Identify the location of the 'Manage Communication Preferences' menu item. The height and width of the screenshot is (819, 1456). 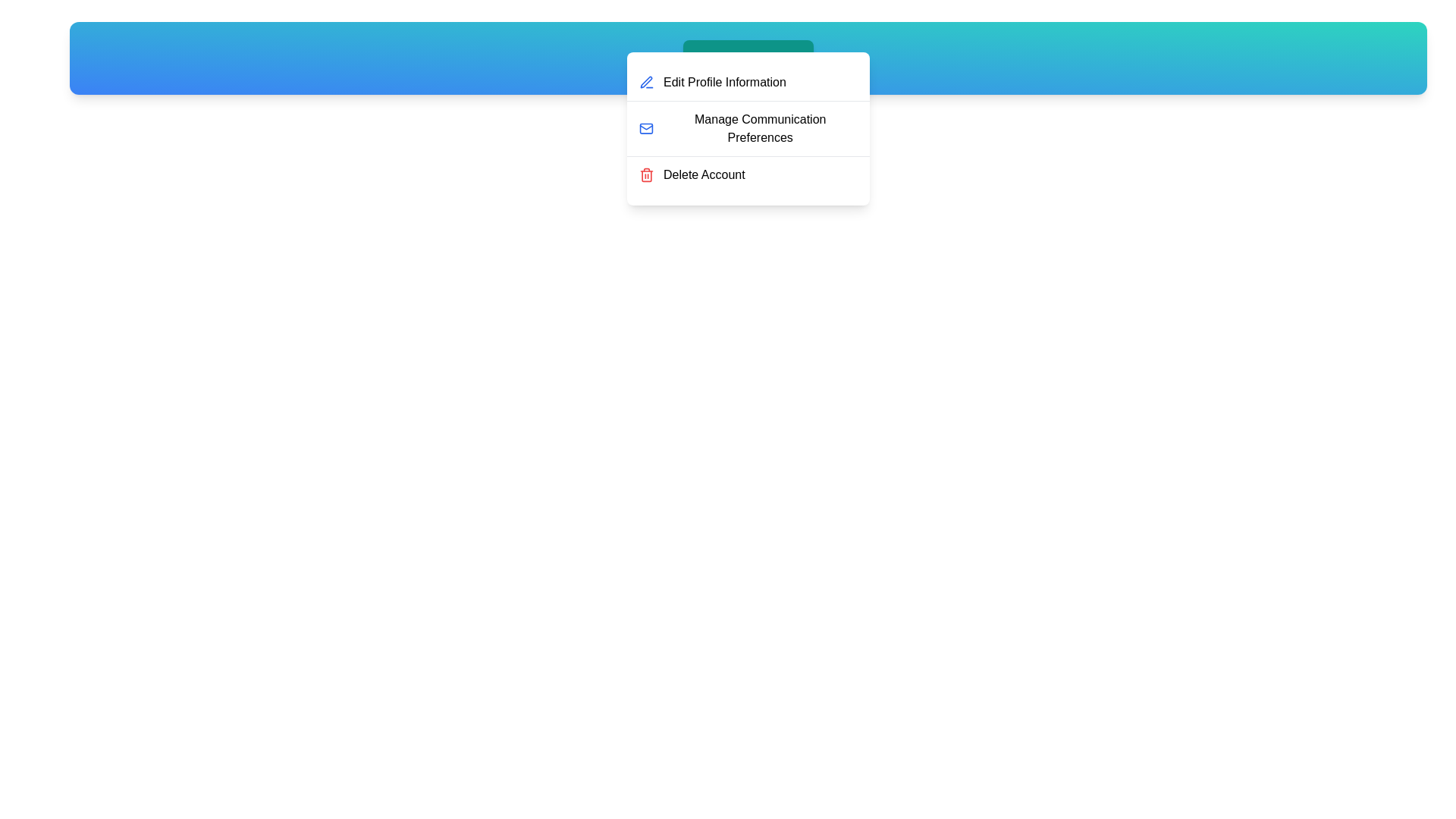
(748, 127).